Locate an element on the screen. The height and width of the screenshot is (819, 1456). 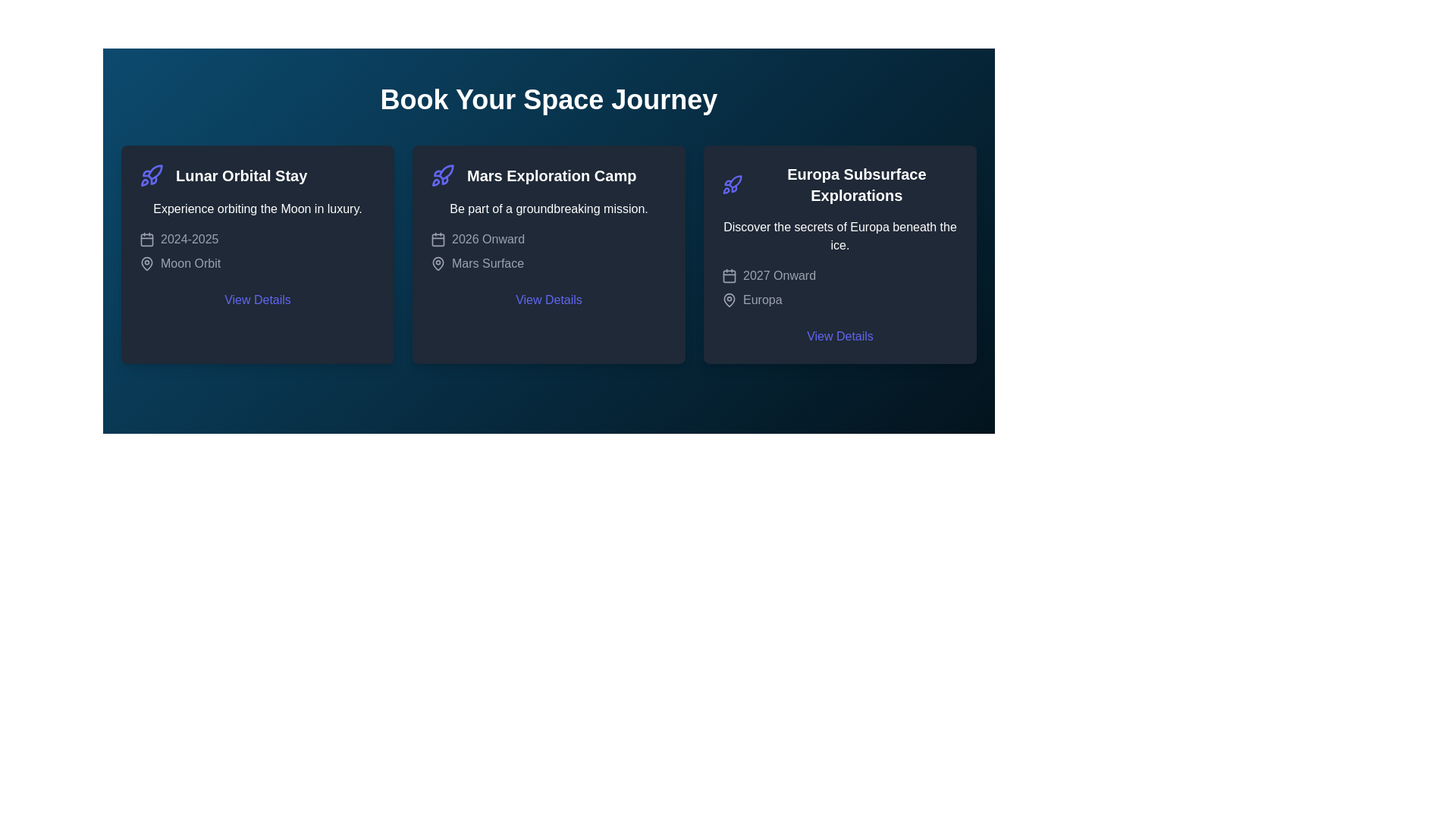
the static text element that reads 'Discover the secrets of Europa beneath the ice.' which is located beneath the bold title 'Europa Subsurface Explorations' within the third card of a horizontal layout is located at coordinates (839, 237).